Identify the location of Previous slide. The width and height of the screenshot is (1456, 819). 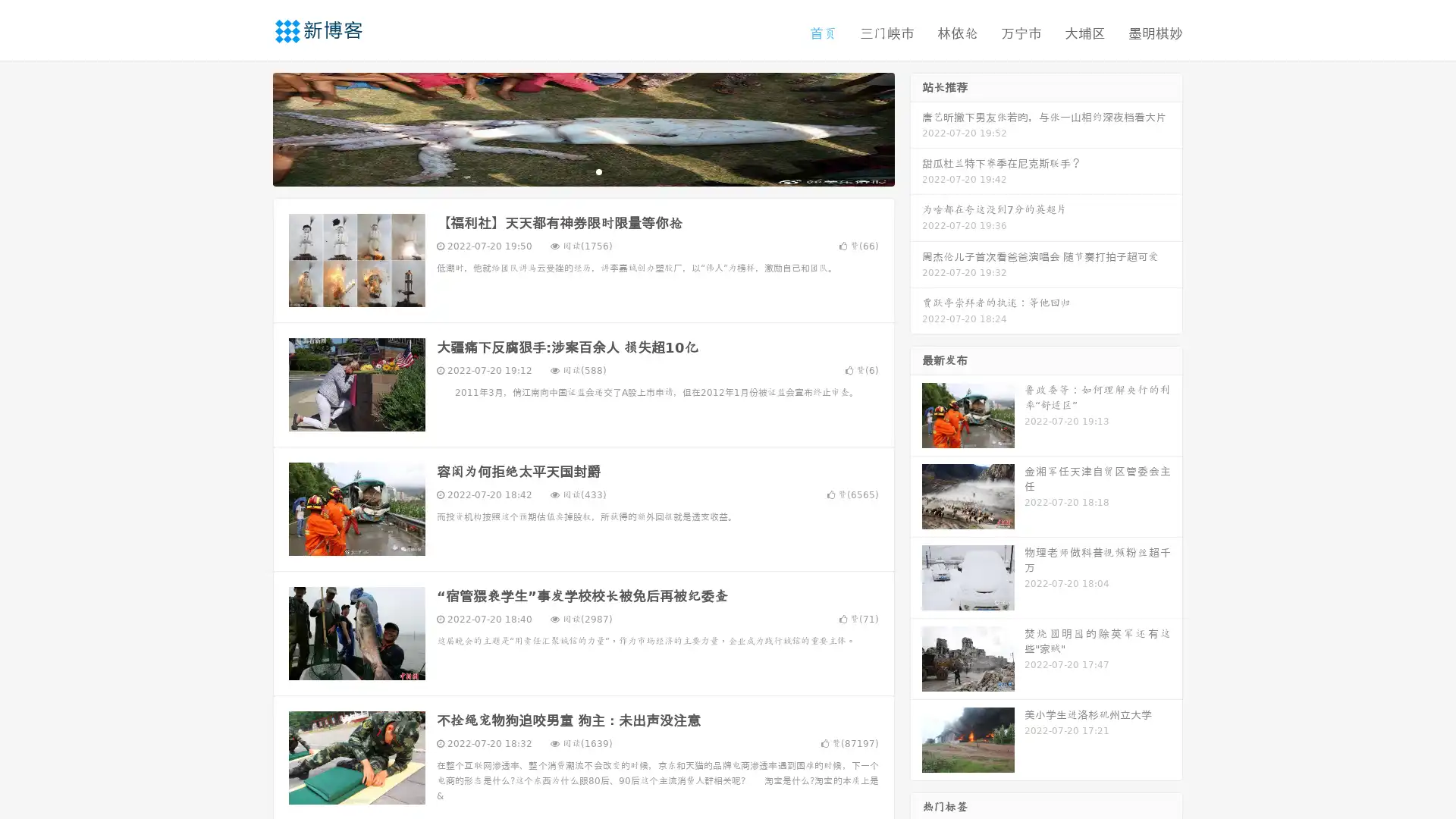
(250, 127).